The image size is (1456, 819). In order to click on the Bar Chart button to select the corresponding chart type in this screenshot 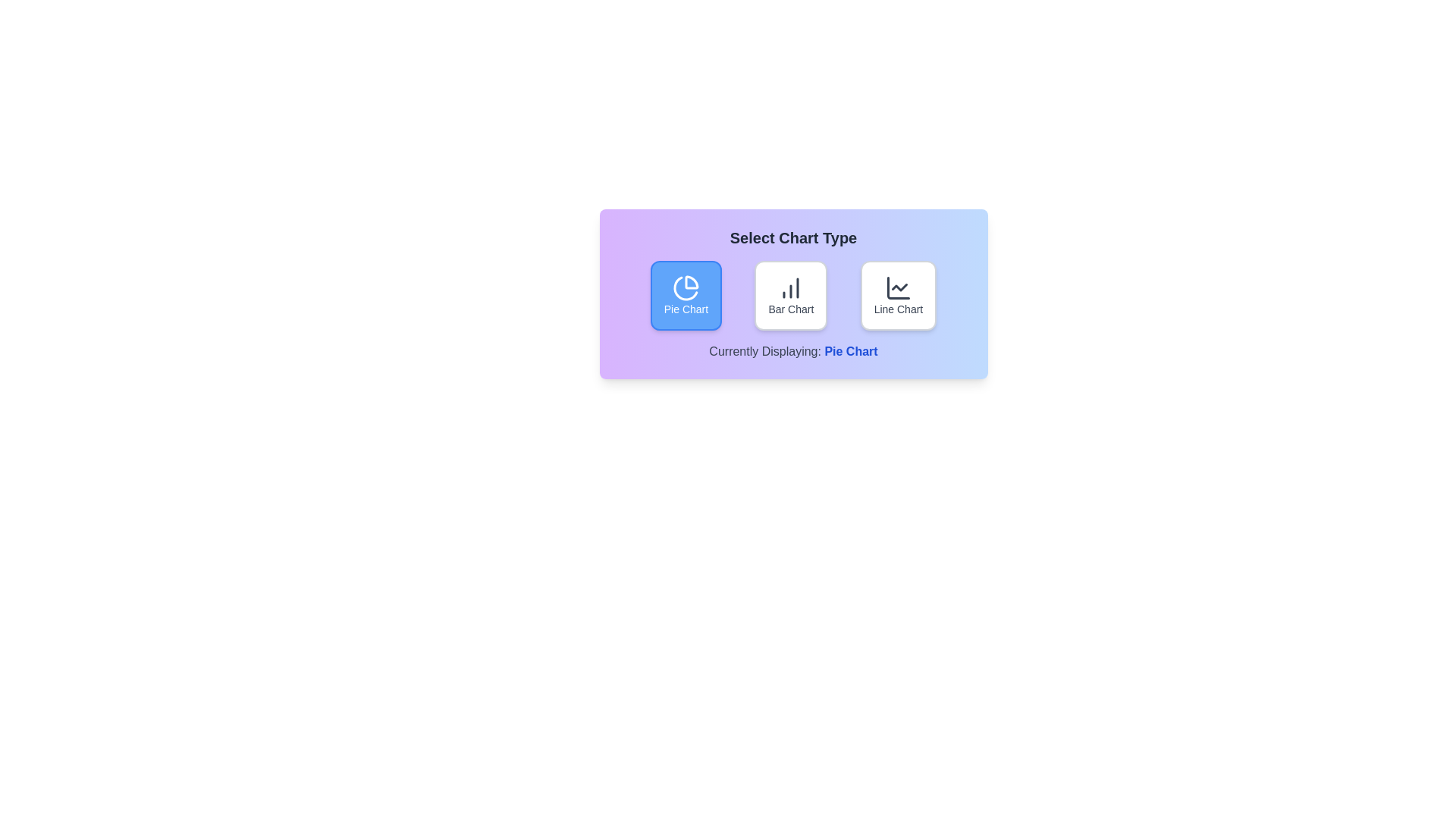, I will do `click(790, 295)`.